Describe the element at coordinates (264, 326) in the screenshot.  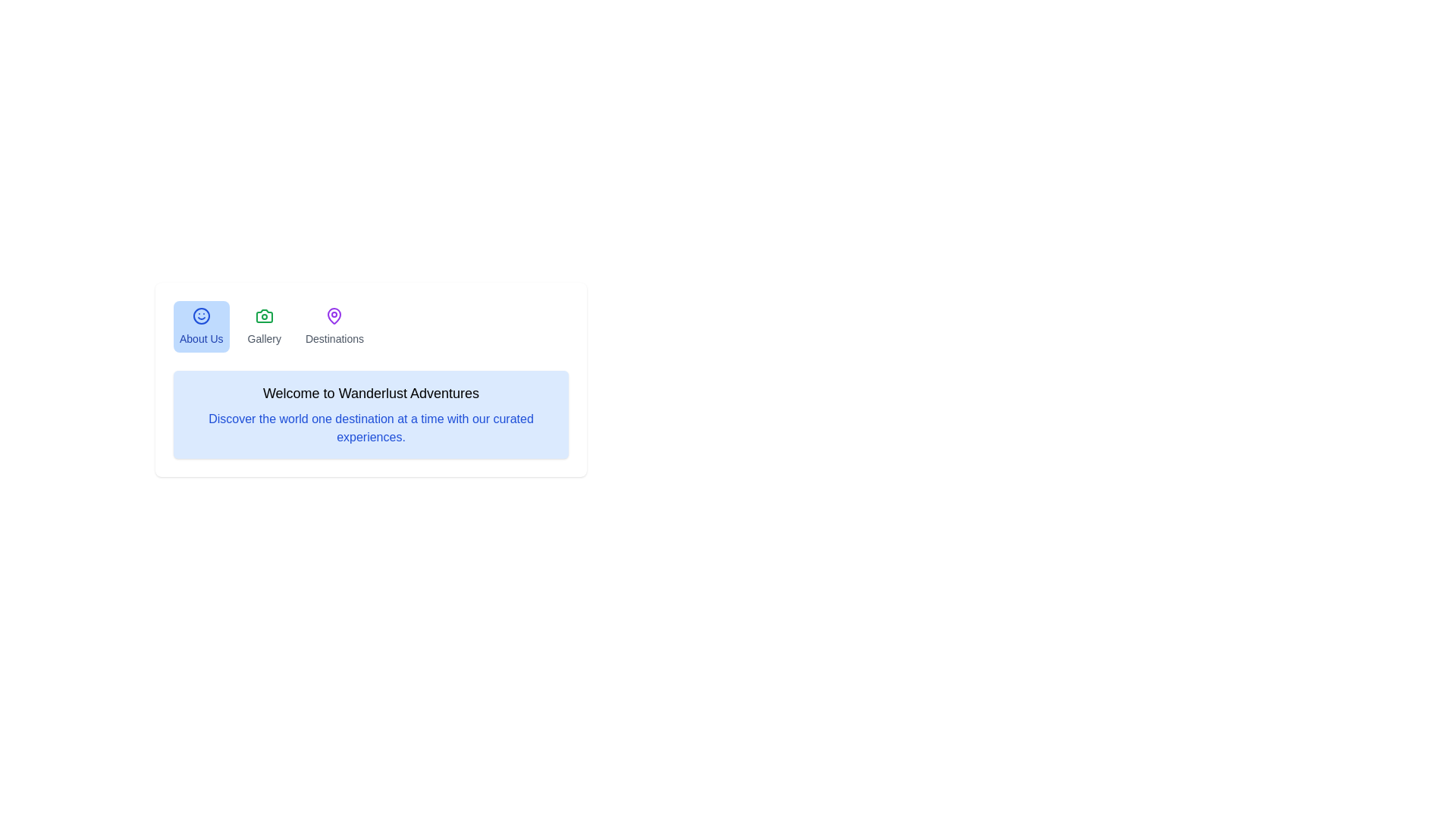
I see `the tab labeled Gallery to view its content` at that location.